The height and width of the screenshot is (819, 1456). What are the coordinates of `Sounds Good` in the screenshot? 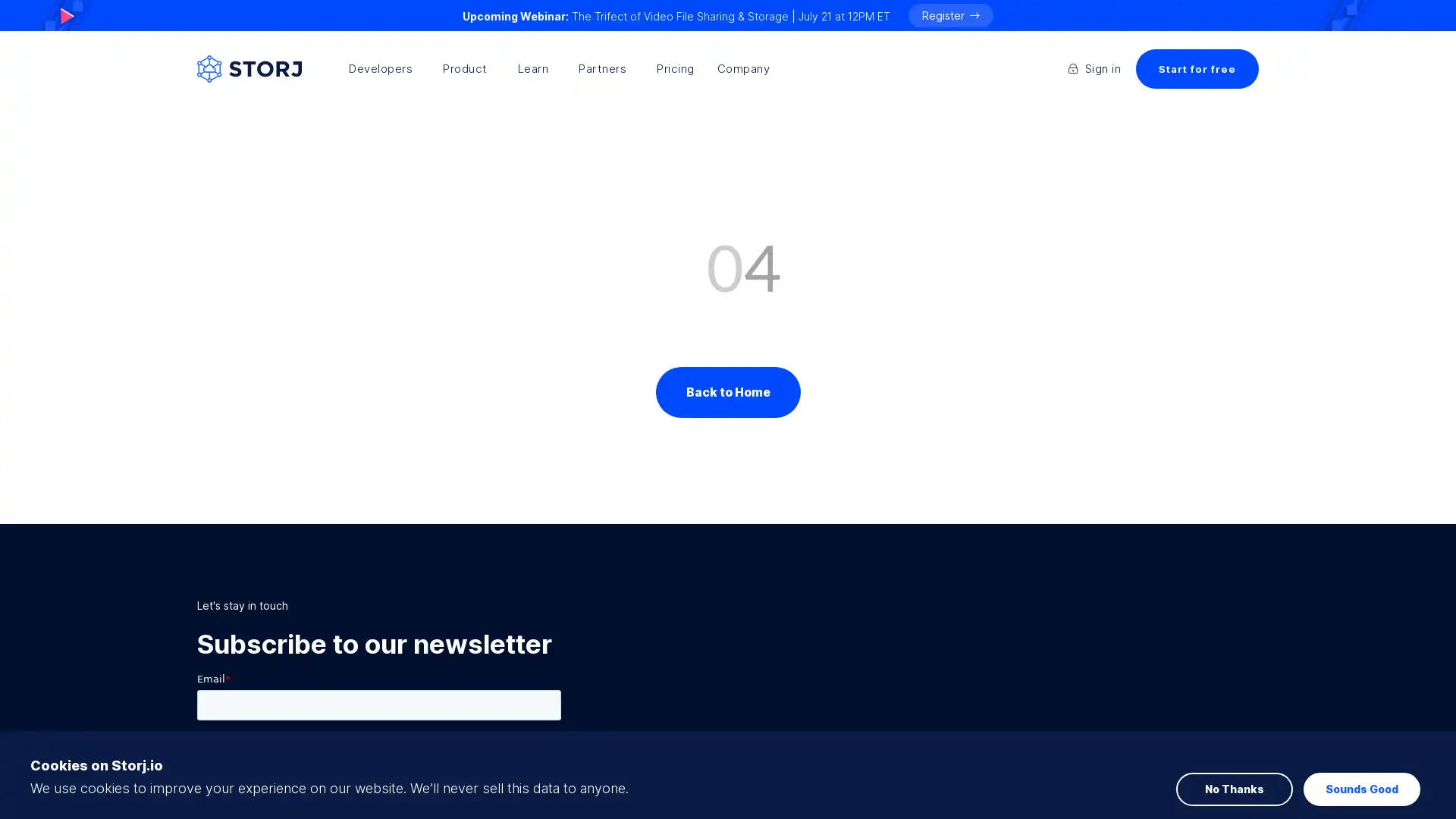 It's located at (1361, 741).